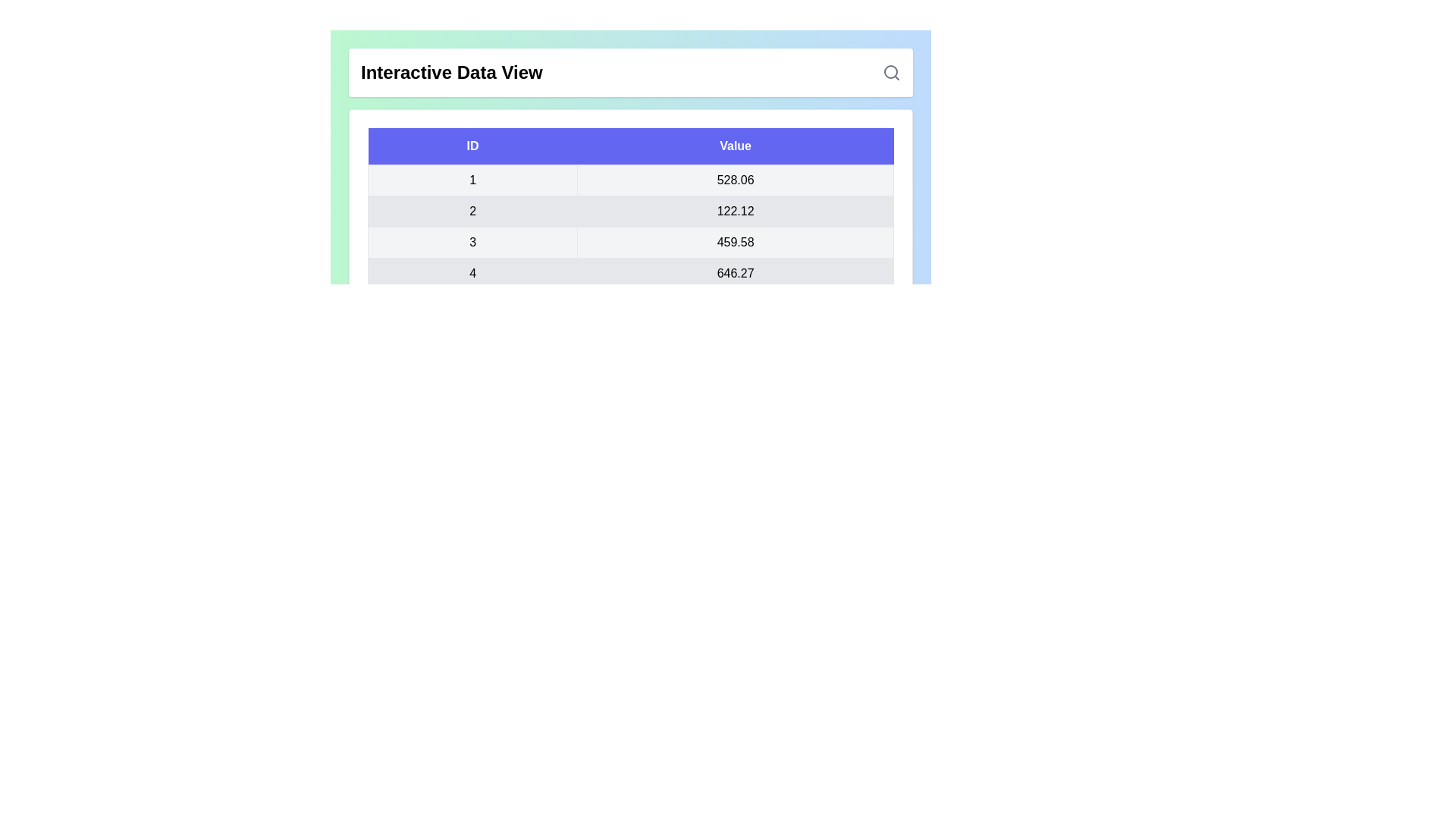 The height and width of the screenshot is (819, 1456). What do you see at coordinates (736, 146) in the screenshot?
I see `the column header Value to sort the table` at bounding box center [736, 146].